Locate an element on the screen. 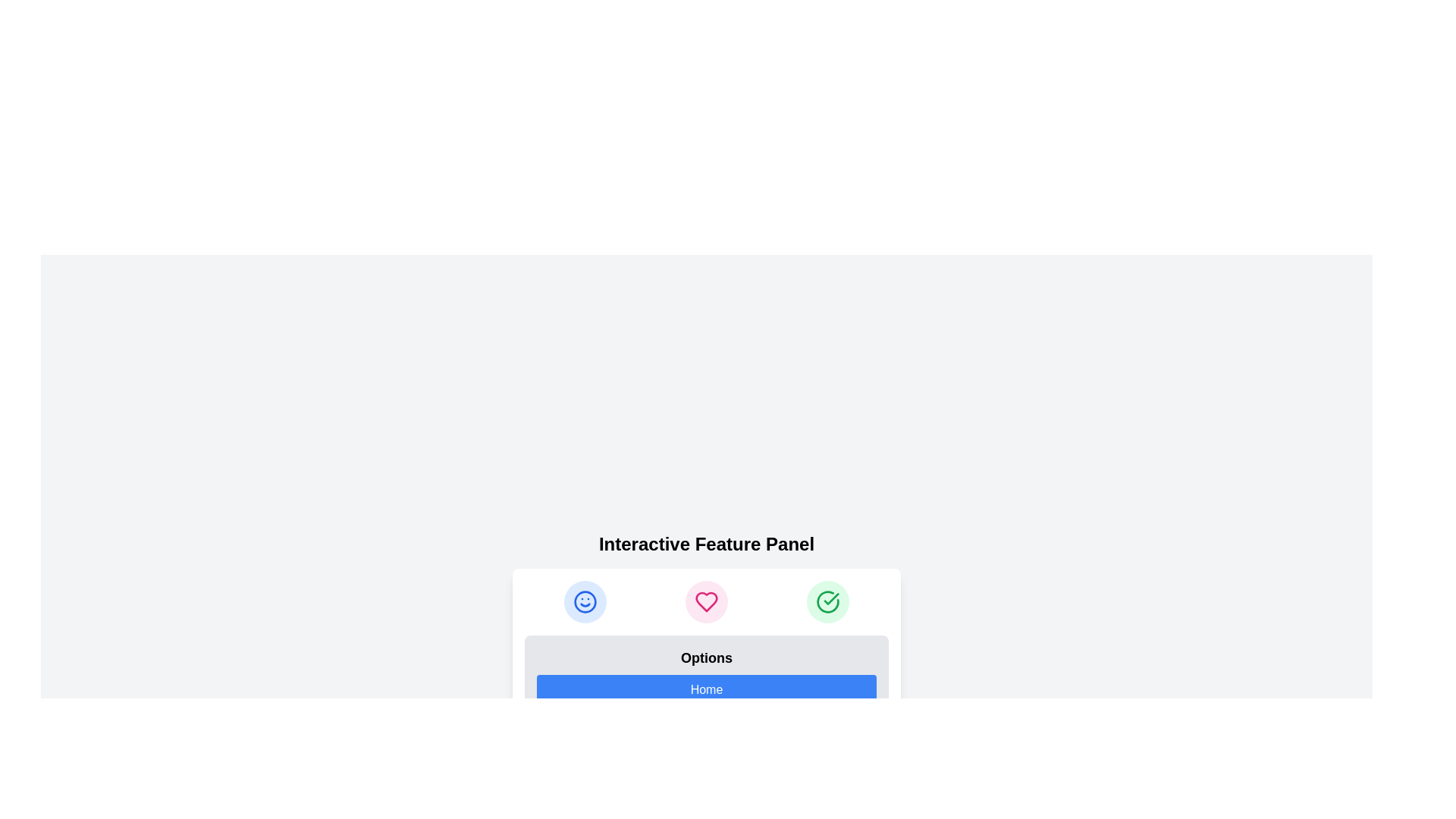  the green checkmark icon with a circular shape, located at the rightmost position in the series of three icons below 'Interactive Feature Panel' and above 'Options' is located at coordinates (827, 601).